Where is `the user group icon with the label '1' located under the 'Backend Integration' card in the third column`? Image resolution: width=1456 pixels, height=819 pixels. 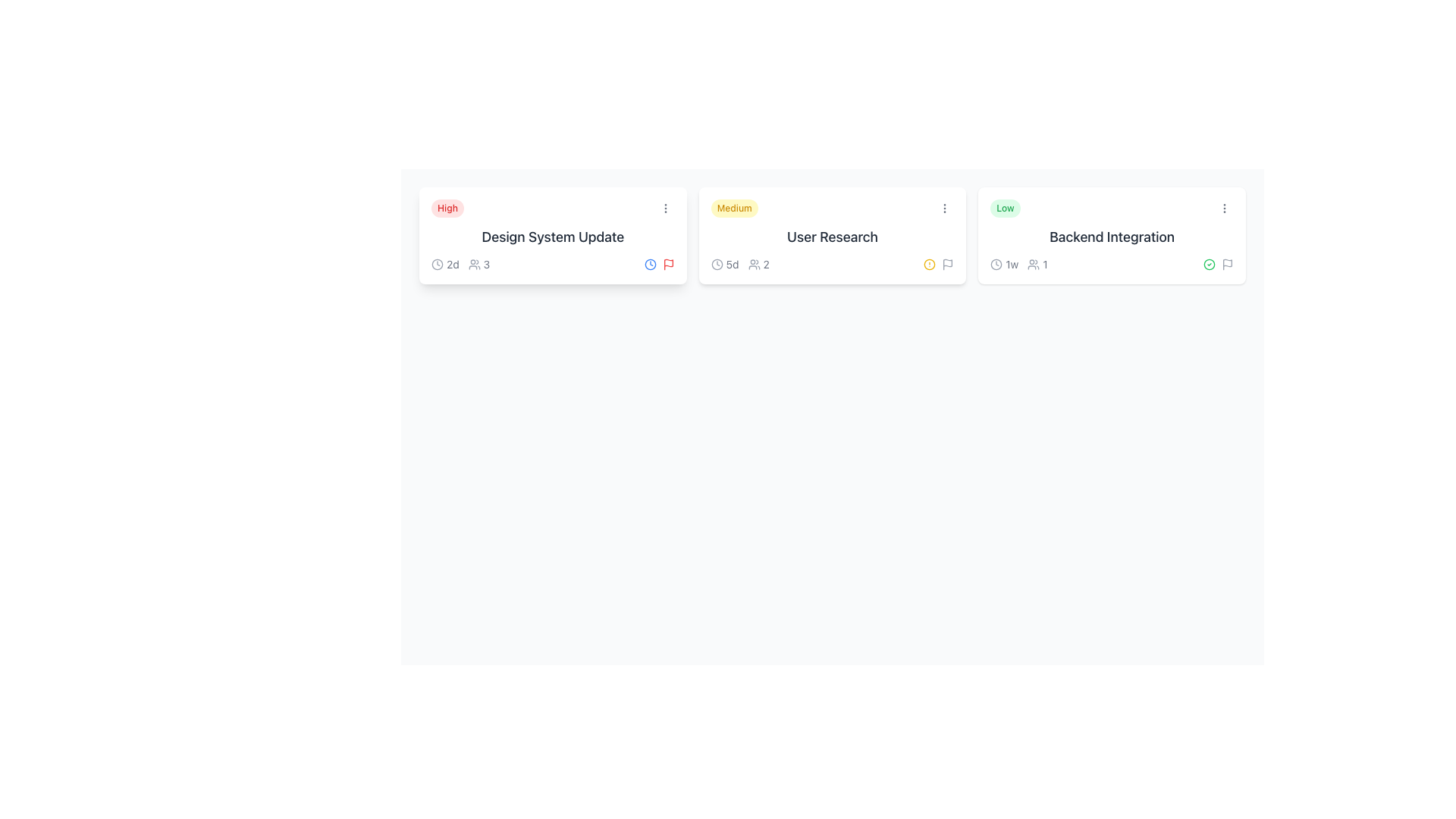
the user group icon with the label '1' located under the 'Backend Integration' card in the third column is located at coordinates (1037, 263).